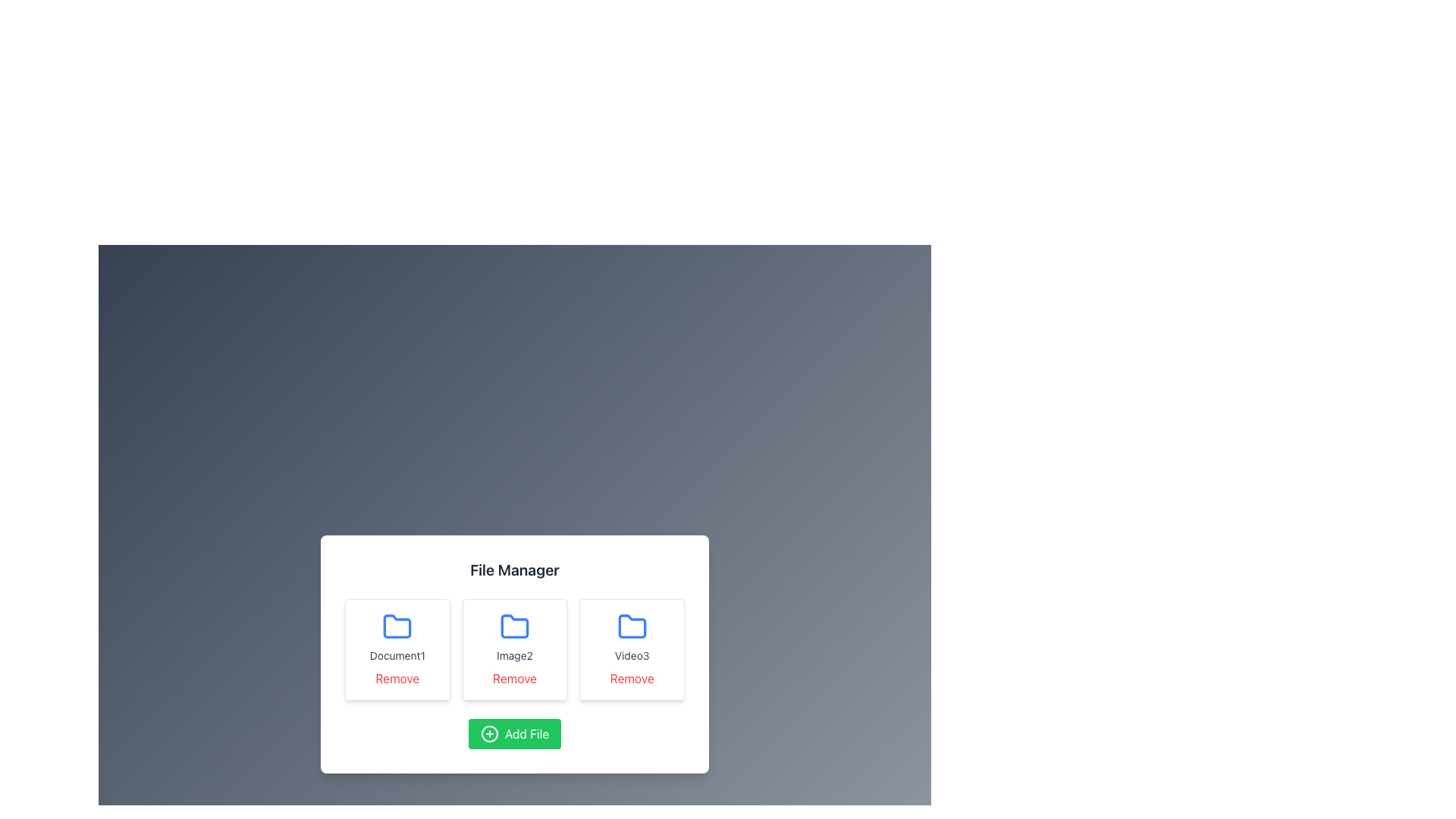 This screenshot has width=1456, height=819. I want to click on the button for adding a new file, which is centrally aligned below the labeled folders in the File Manager interface, so click(514, 733).